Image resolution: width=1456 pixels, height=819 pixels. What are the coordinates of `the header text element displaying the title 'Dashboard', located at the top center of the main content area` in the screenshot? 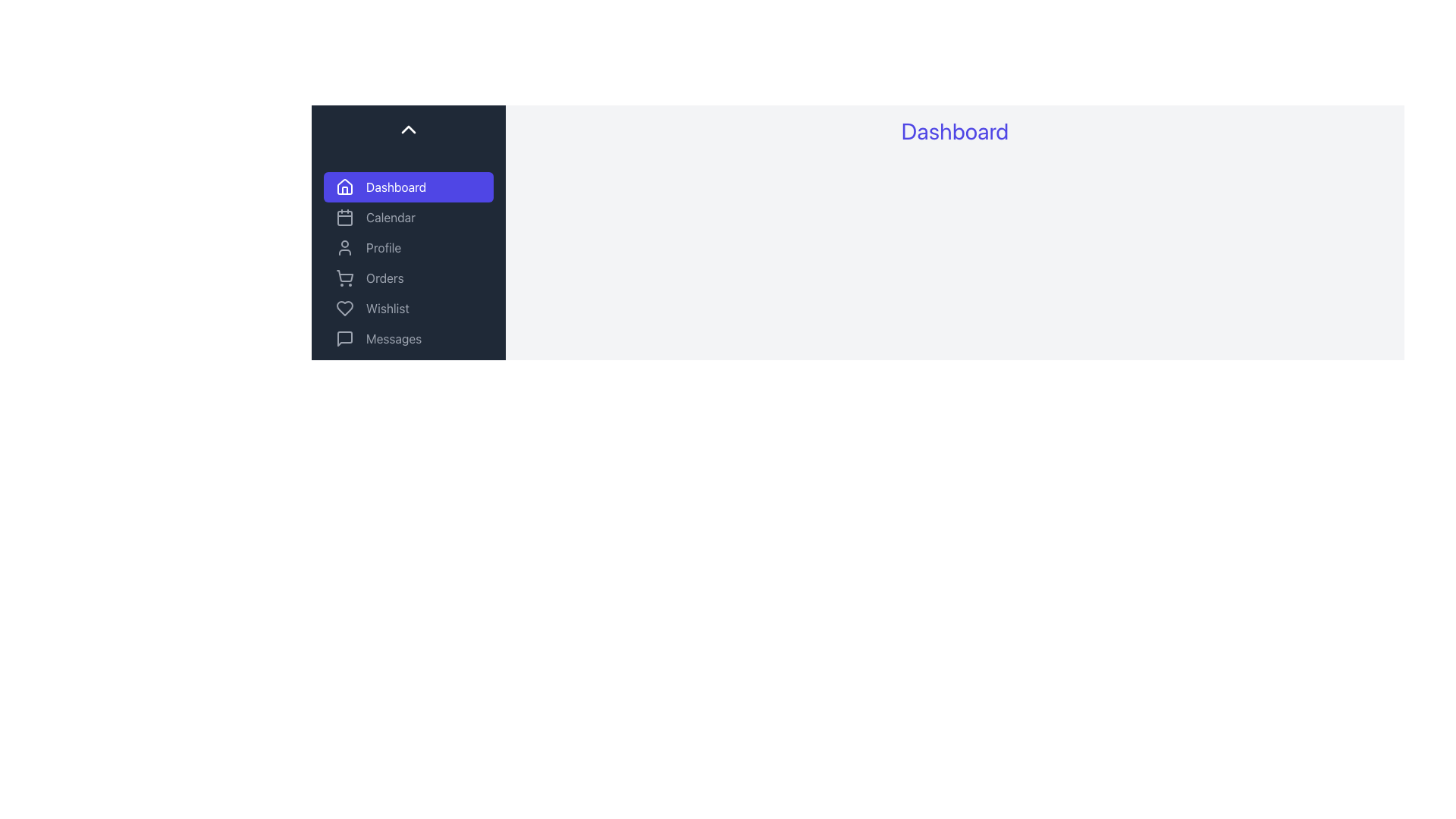 It's located at (954, 130).